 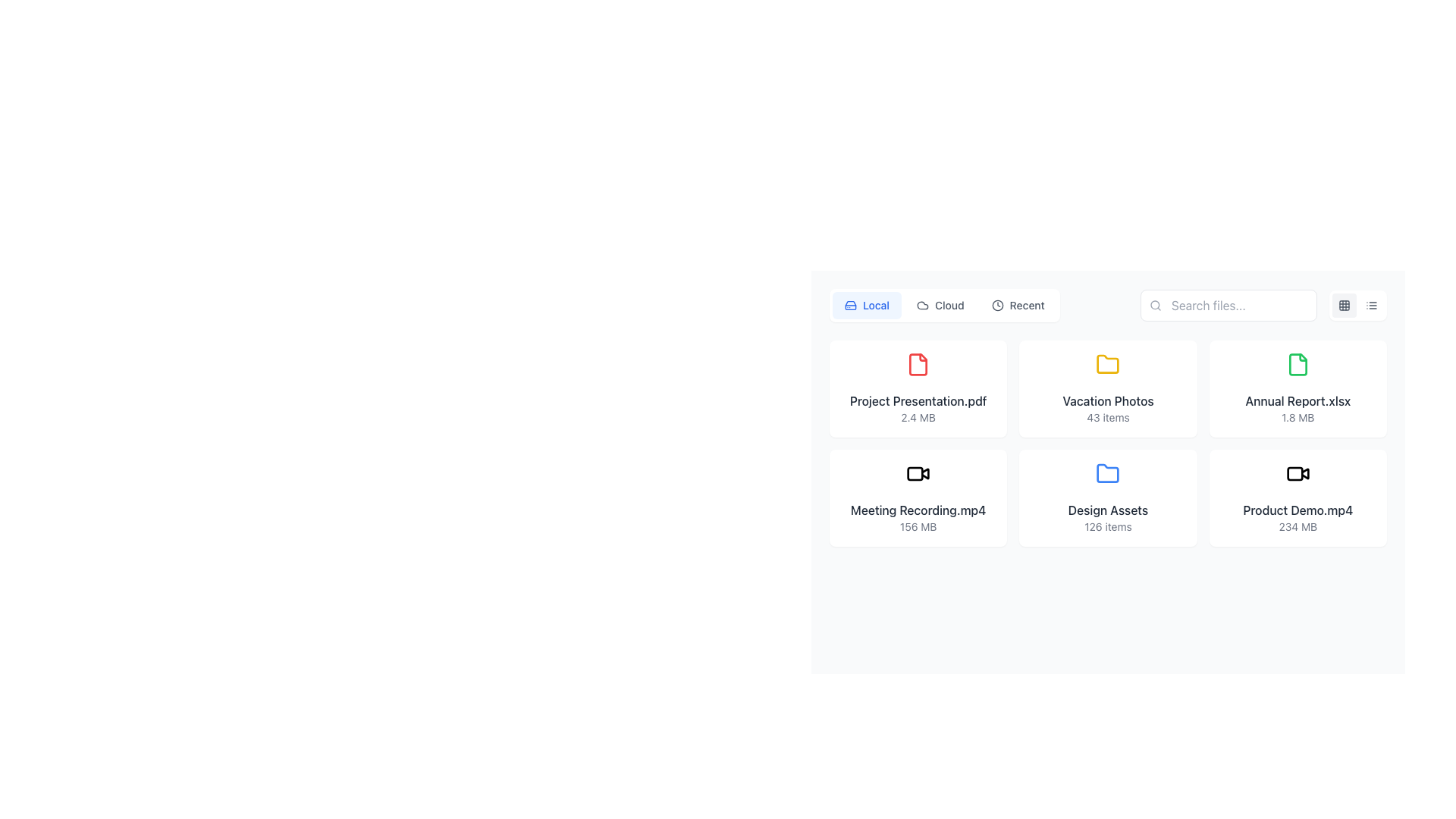 What do you see at coordinates (917, 388) in the screenshot?
I see `the file entry for 'Project Presentation.pdf'` at bounding box center [917, 388].